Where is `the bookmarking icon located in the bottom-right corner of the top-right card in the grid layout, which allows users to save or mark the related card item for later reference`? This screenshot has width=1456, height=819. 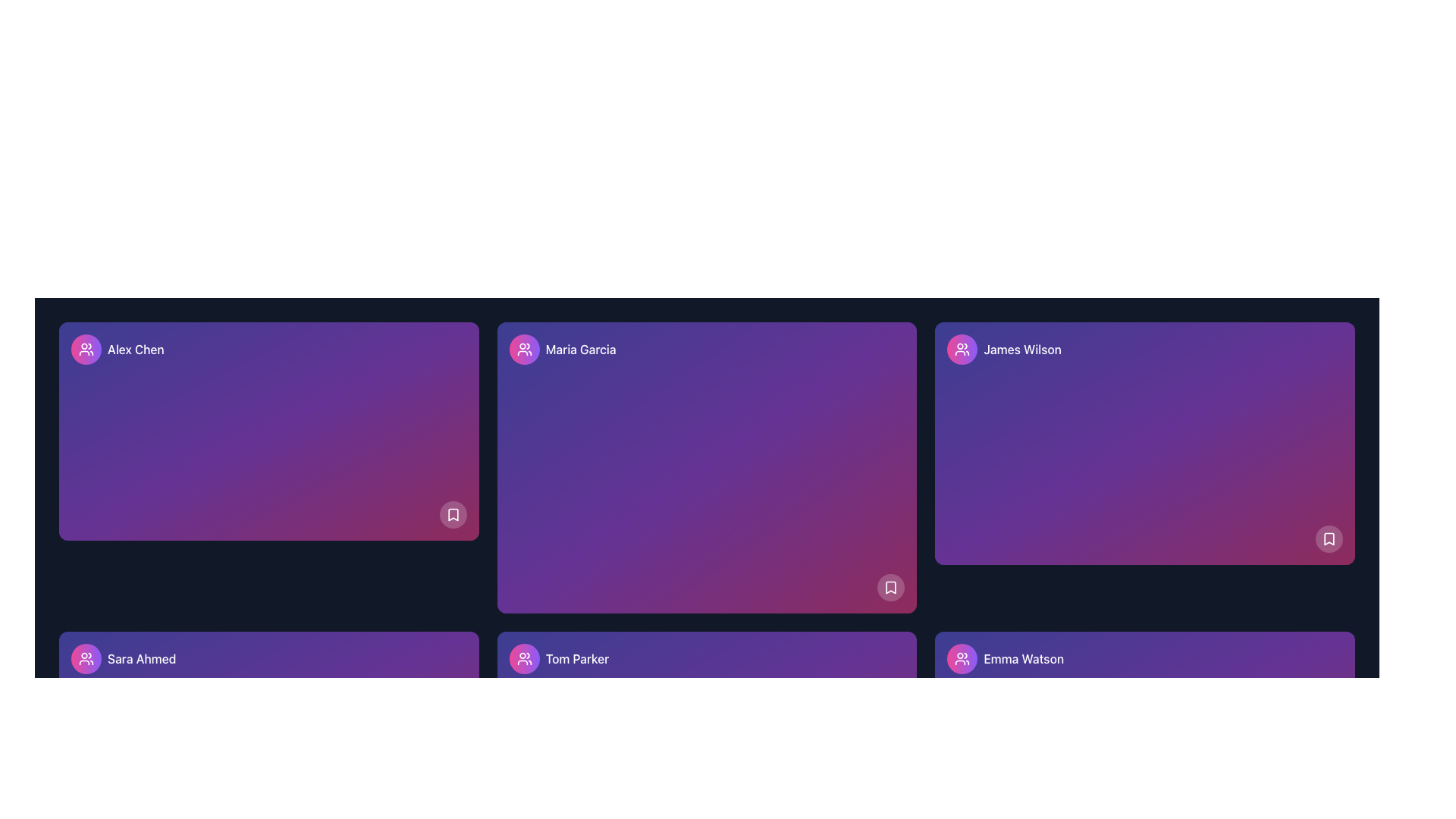 the bookmarking icon located in the bottom-right corner of the top-right card in the grid layout, which allows users to save or mark the related card item for later reference is located at coordinates (452, 513).